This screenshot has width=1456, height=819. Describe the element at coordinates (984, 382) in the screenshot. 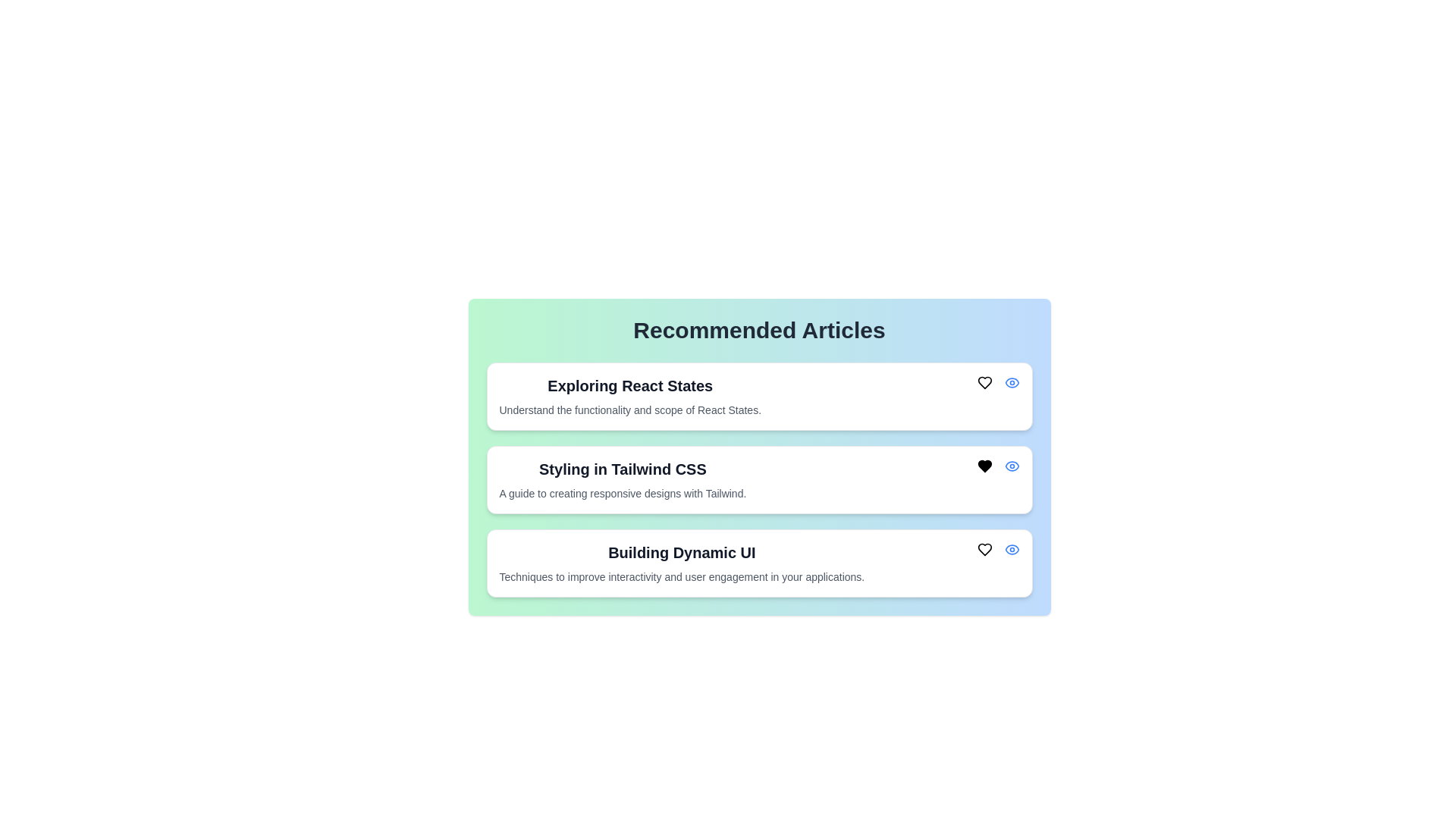

I see `the favorite button for the article titled 'Exploring React States' to toggle its favorite status` at that location.